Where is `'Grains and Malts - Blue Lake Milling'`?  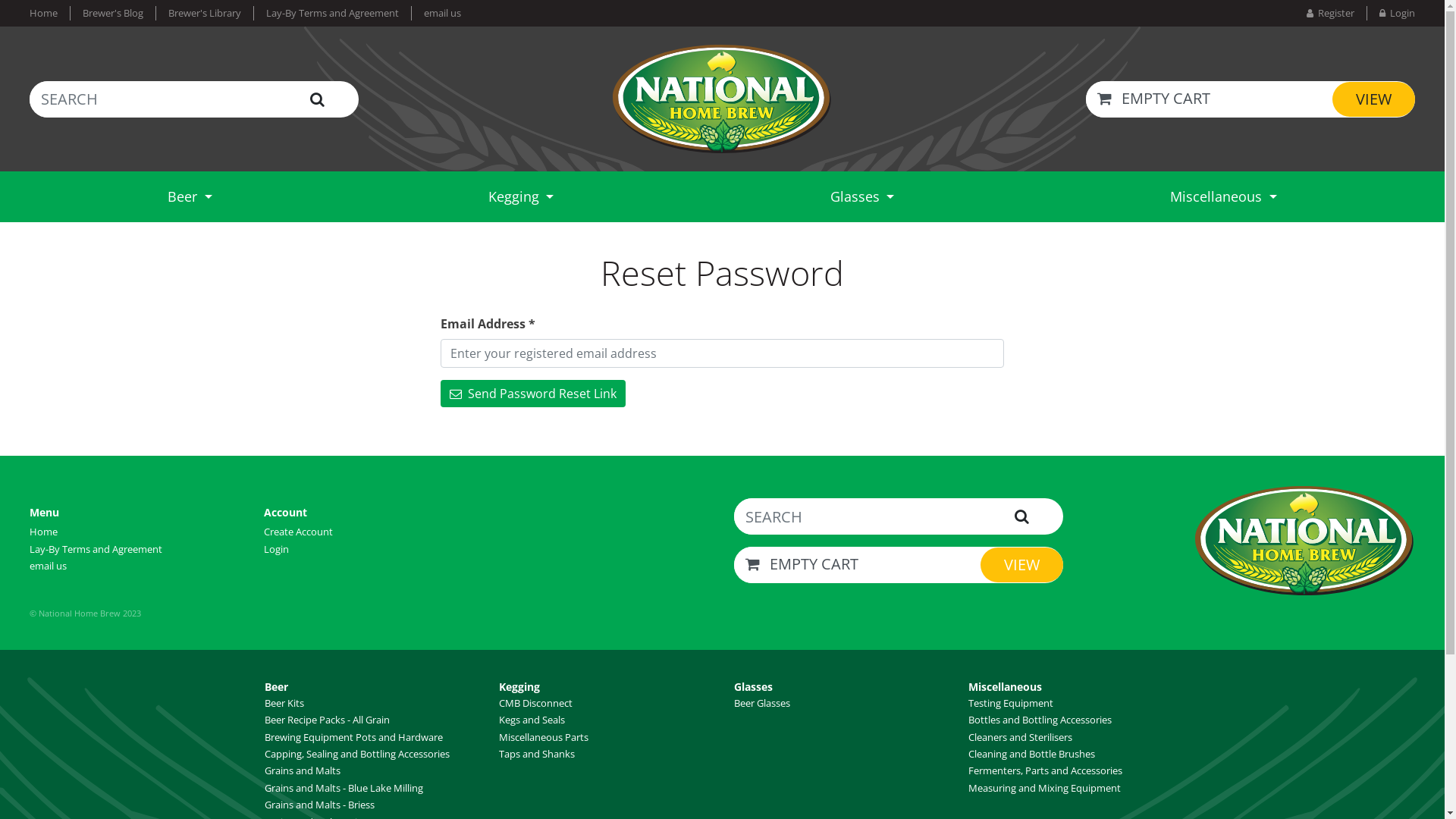
'Grains and Malts - Blue Lake Milling' is located at coordinates (265, 786).